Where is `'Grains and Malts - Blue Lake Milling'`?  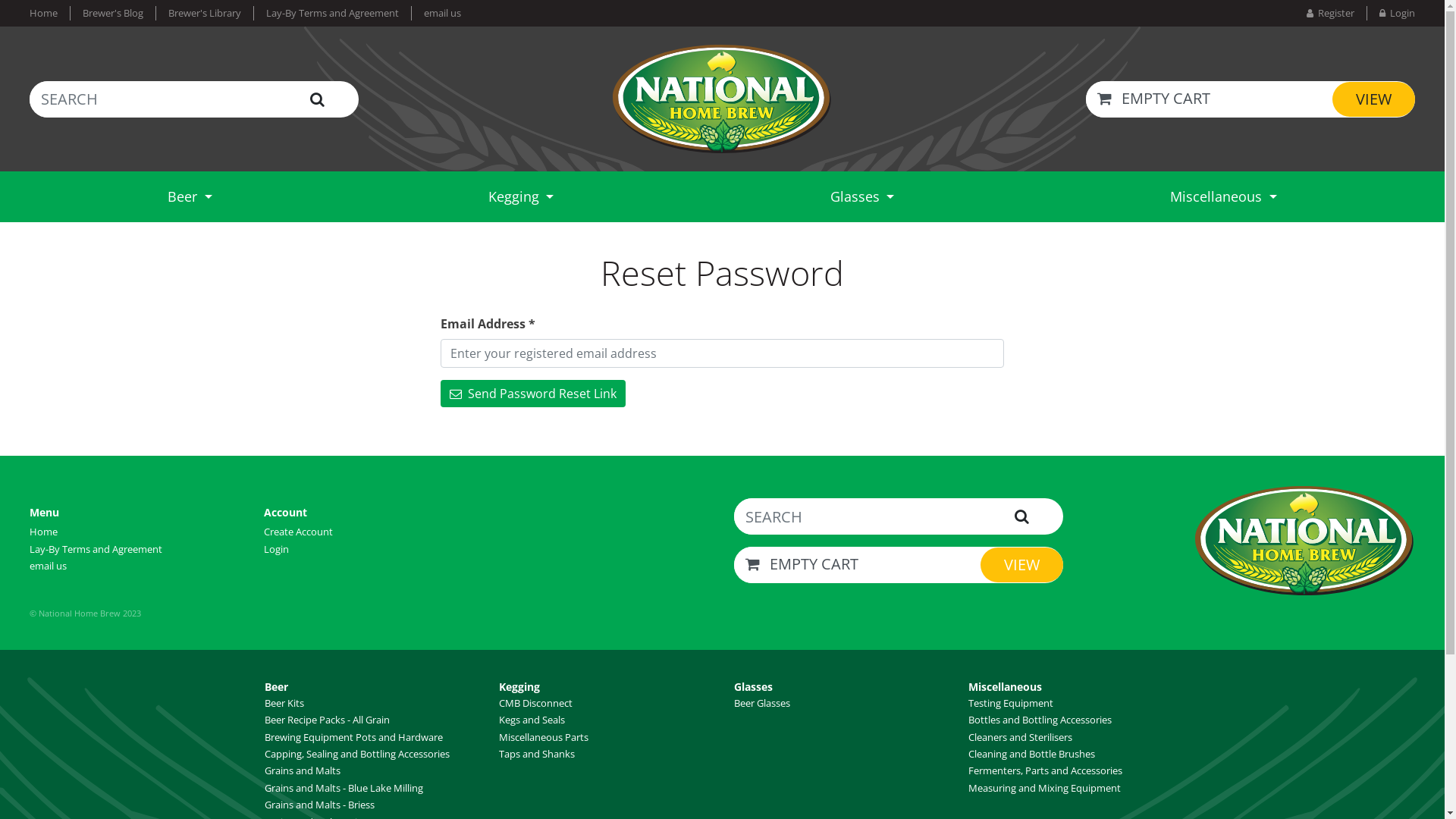
'Grains and Malts - Blue Lake Milling' is located at coordinates (265, 786).